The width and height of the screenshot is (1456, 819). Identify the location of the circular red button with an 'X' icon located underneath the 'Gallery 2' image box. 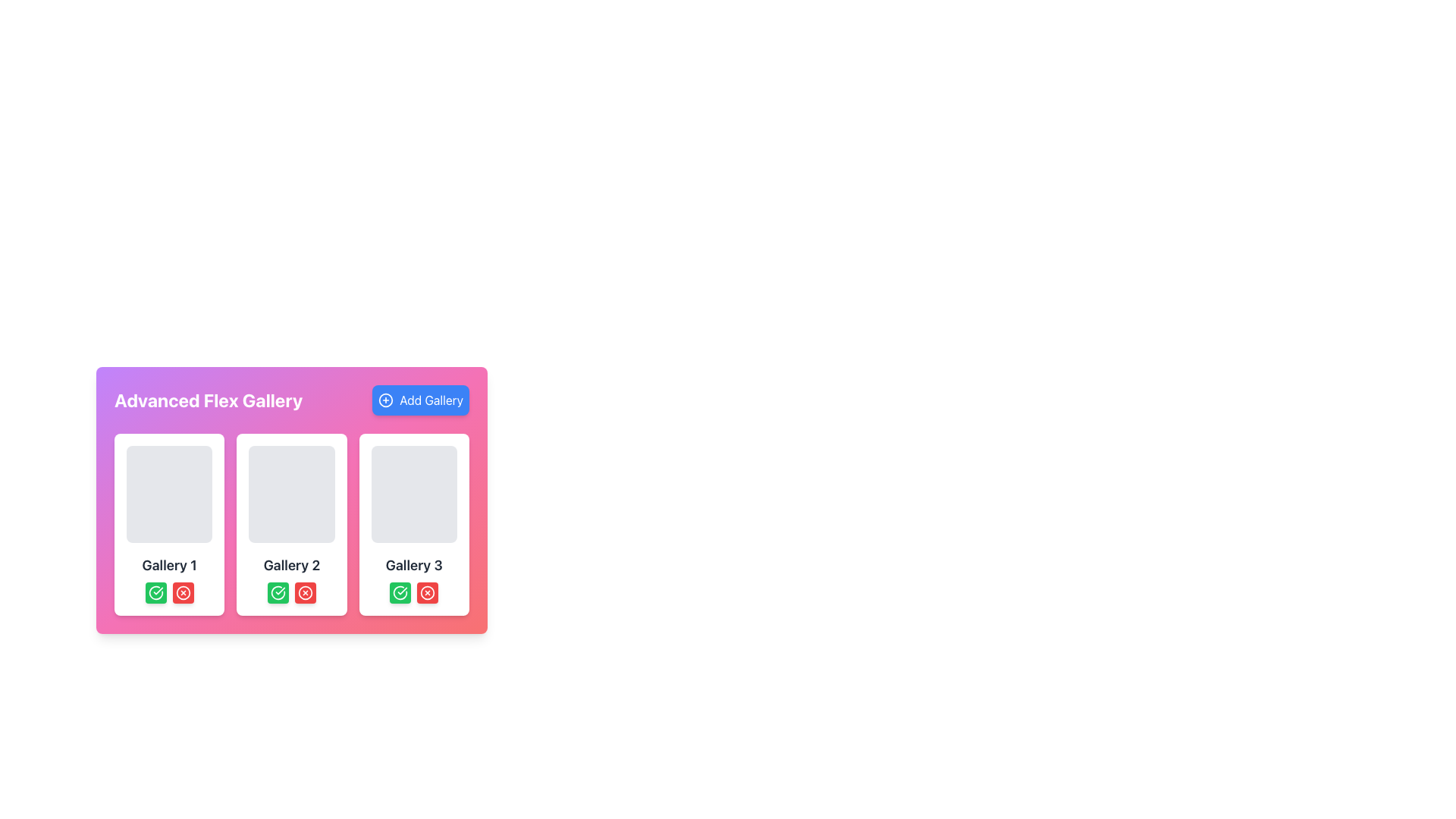
(305, 592).